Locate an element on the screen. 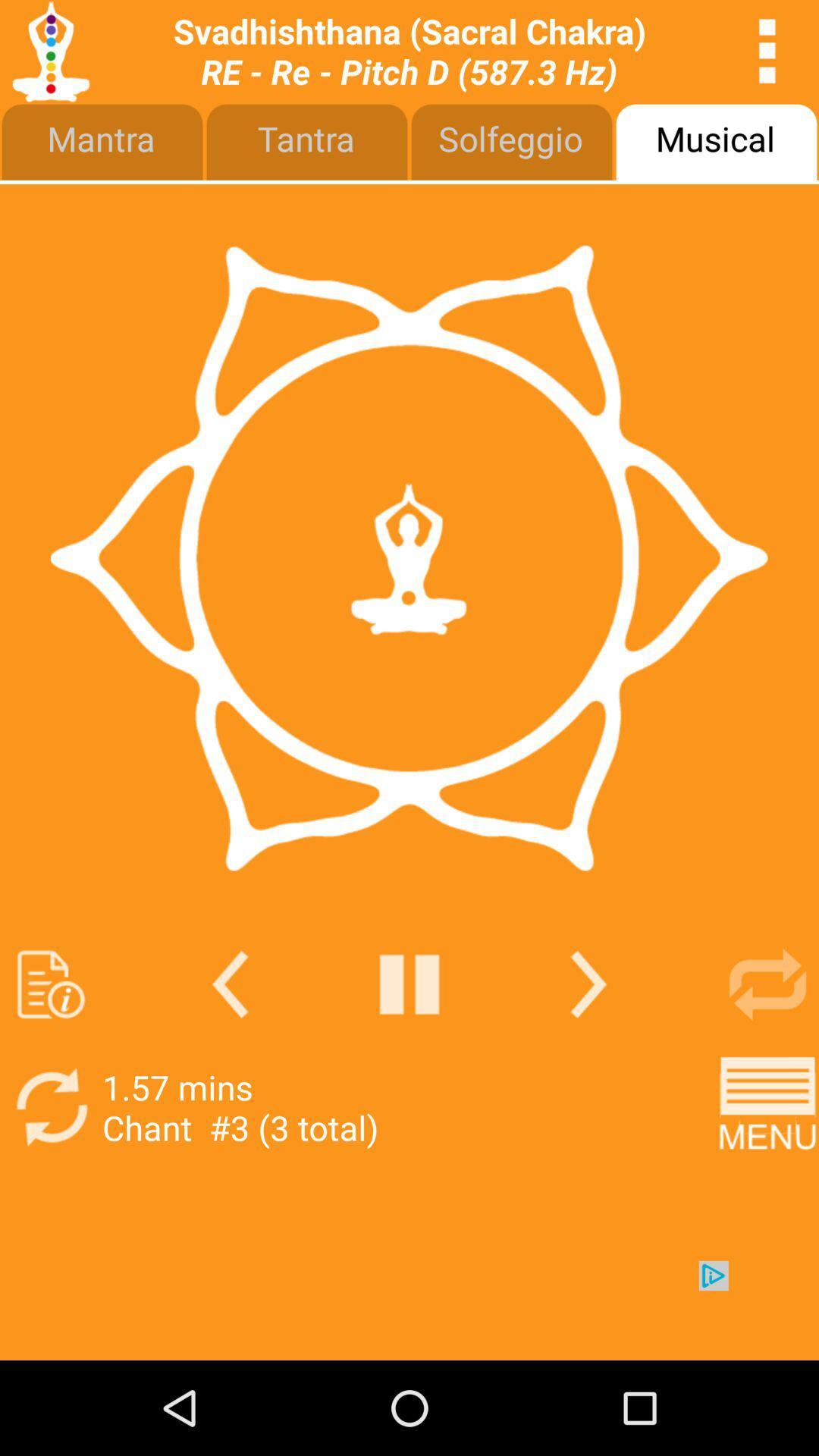 This screenshot has width=819, height=1456. settings button is located at coordinates (767, 51).